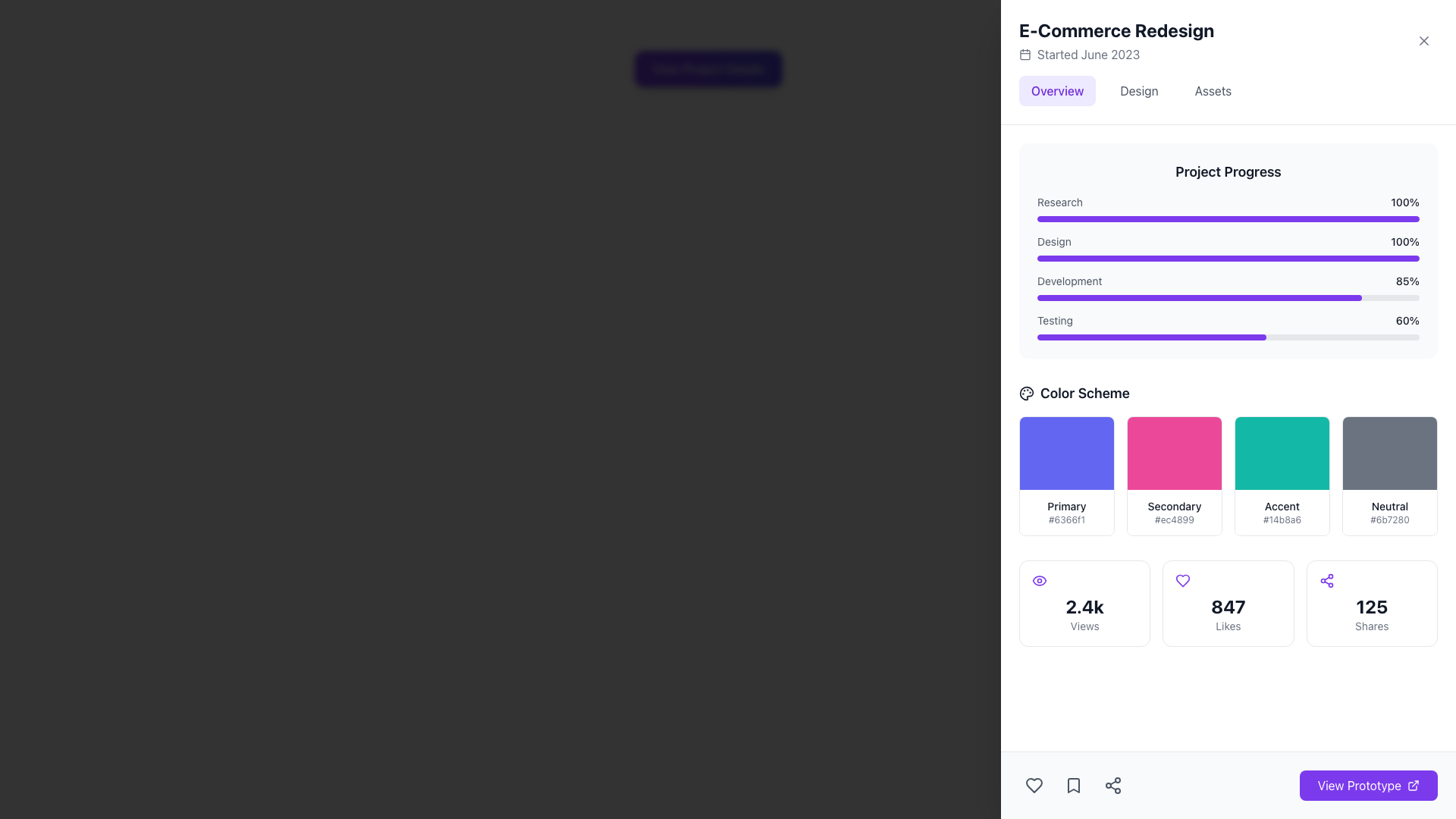  What do you see at coordinates (708, 69) in the screenshot?
I see `the 'View Project Details' button, which is a rectangular button with rounded corners and a violet to indigo gradient background` at bounding box center [708, 69].